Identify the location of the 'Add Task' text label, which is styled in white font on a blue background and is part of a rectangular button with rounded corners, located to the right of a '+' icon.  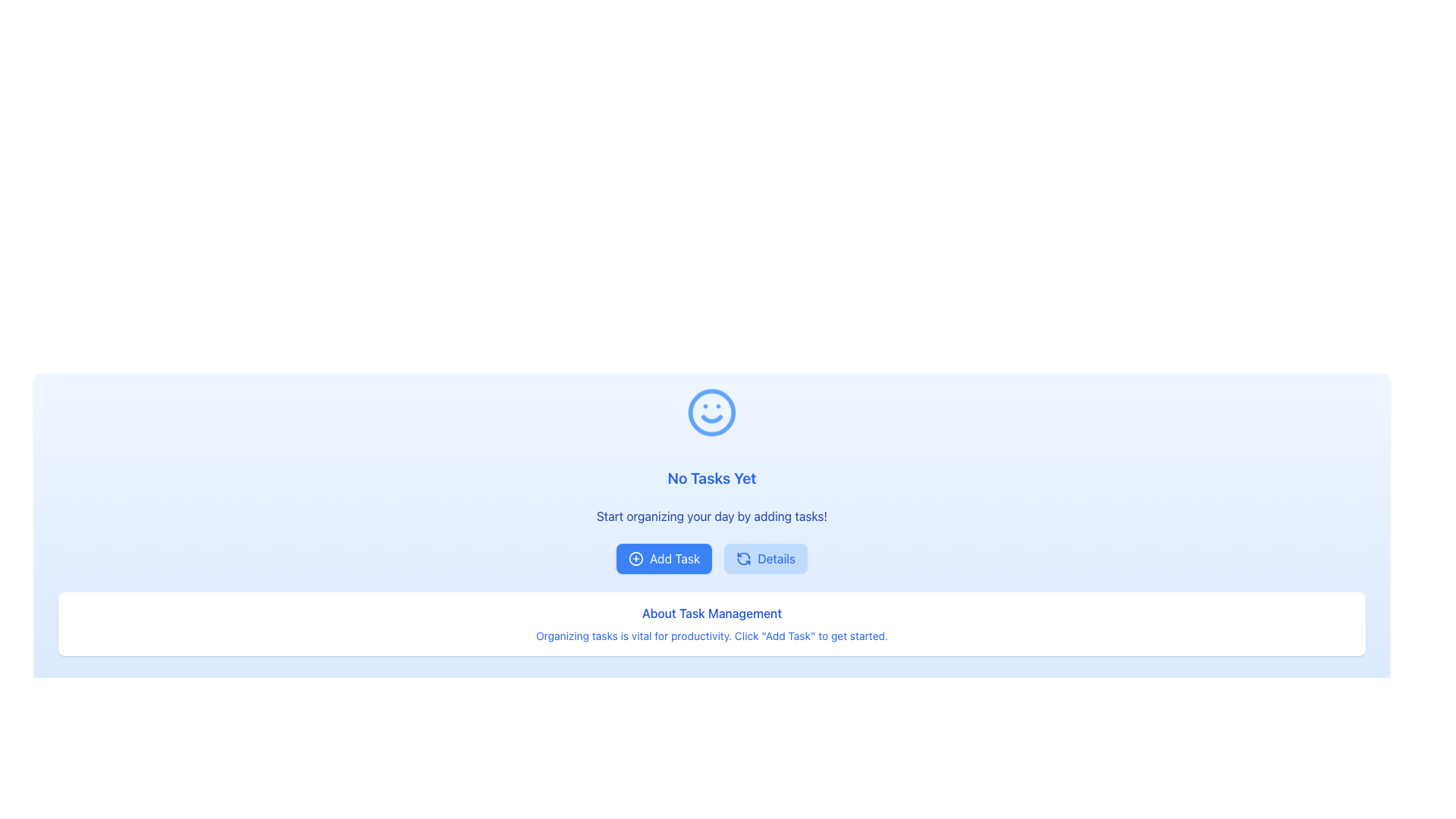
(674, 558).